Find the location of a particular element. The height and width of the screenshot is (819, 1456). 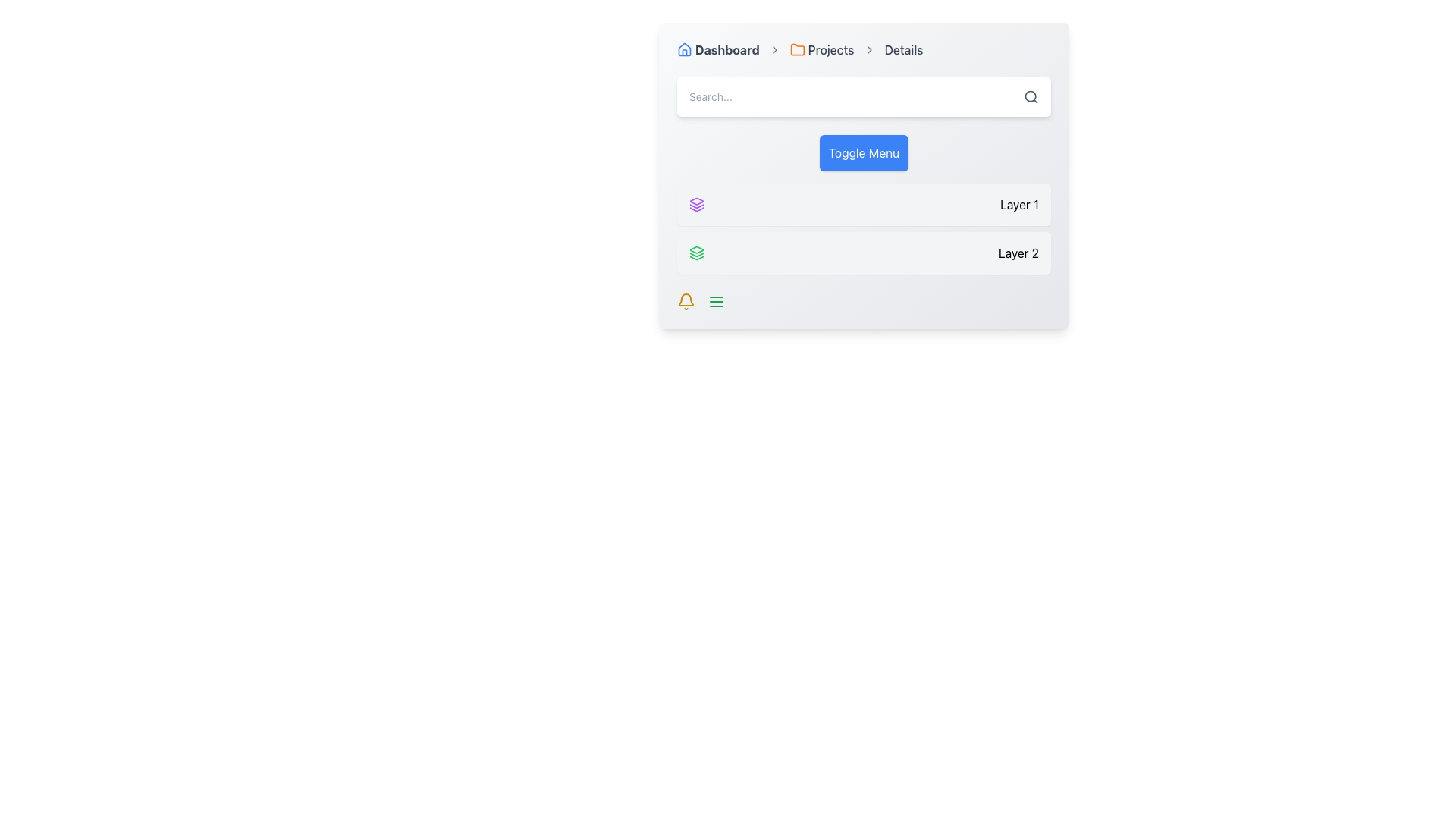

the orange-colored folder icon in the breadcrumb navigation bar, located is located at coordinates (796, 49).